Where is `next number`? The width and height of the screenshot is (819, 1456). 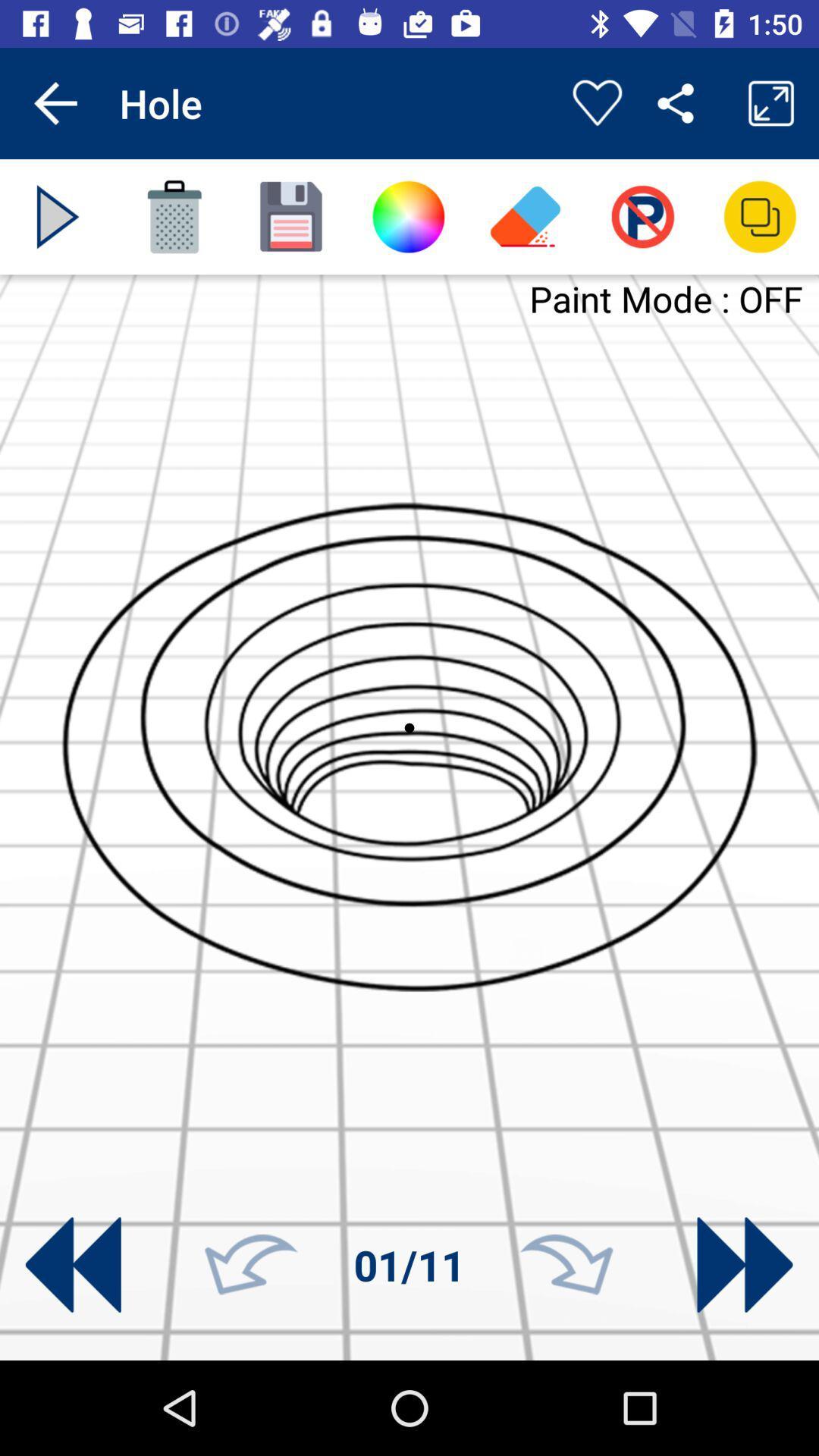 next number is located at coordinates (566, 1265).